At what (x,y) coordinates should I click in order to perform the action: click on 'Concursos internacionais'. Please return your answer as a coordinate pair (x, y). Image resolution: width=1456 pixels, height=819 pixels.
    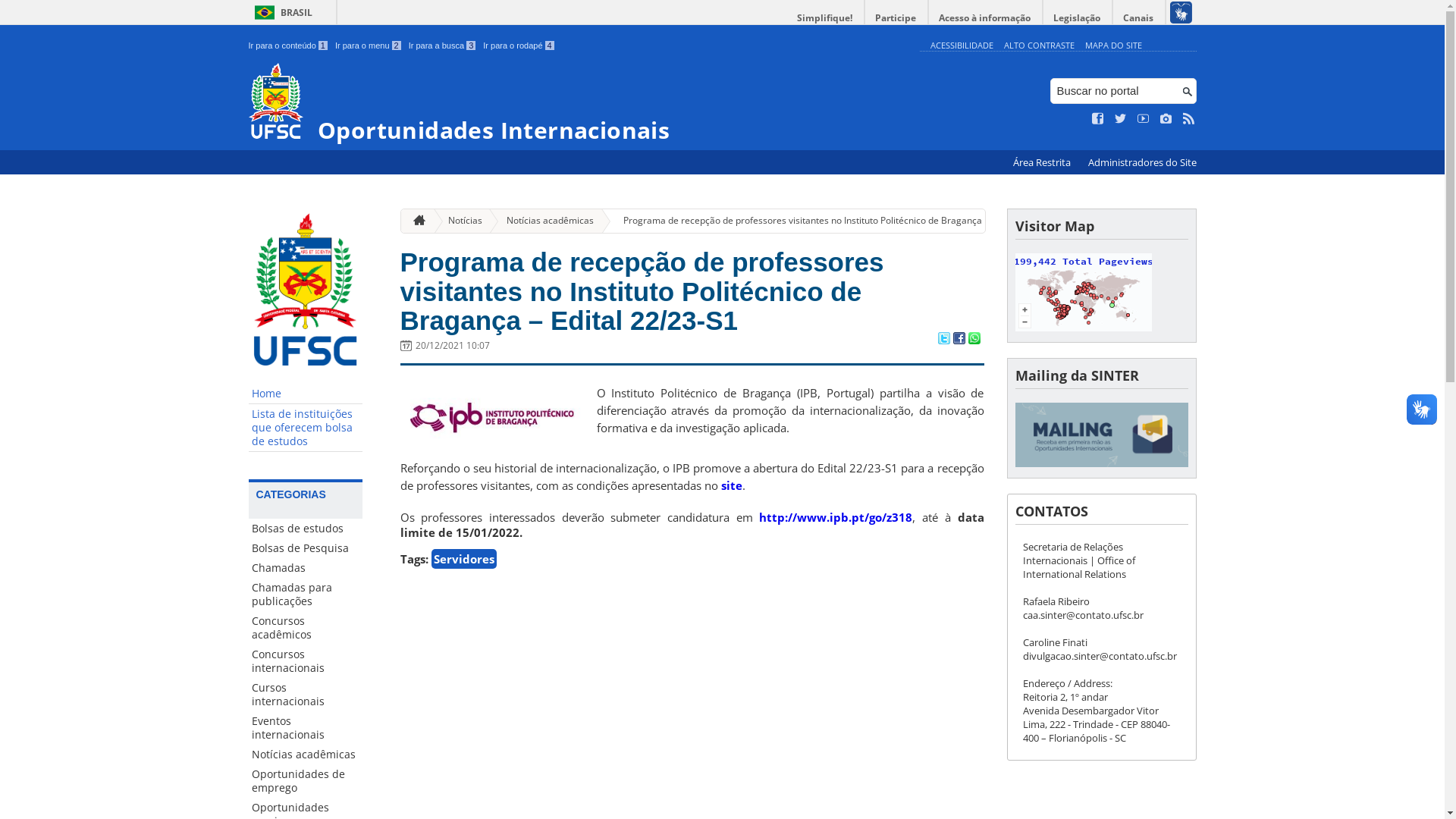
    Looking at the image, I should click on (305, 660).